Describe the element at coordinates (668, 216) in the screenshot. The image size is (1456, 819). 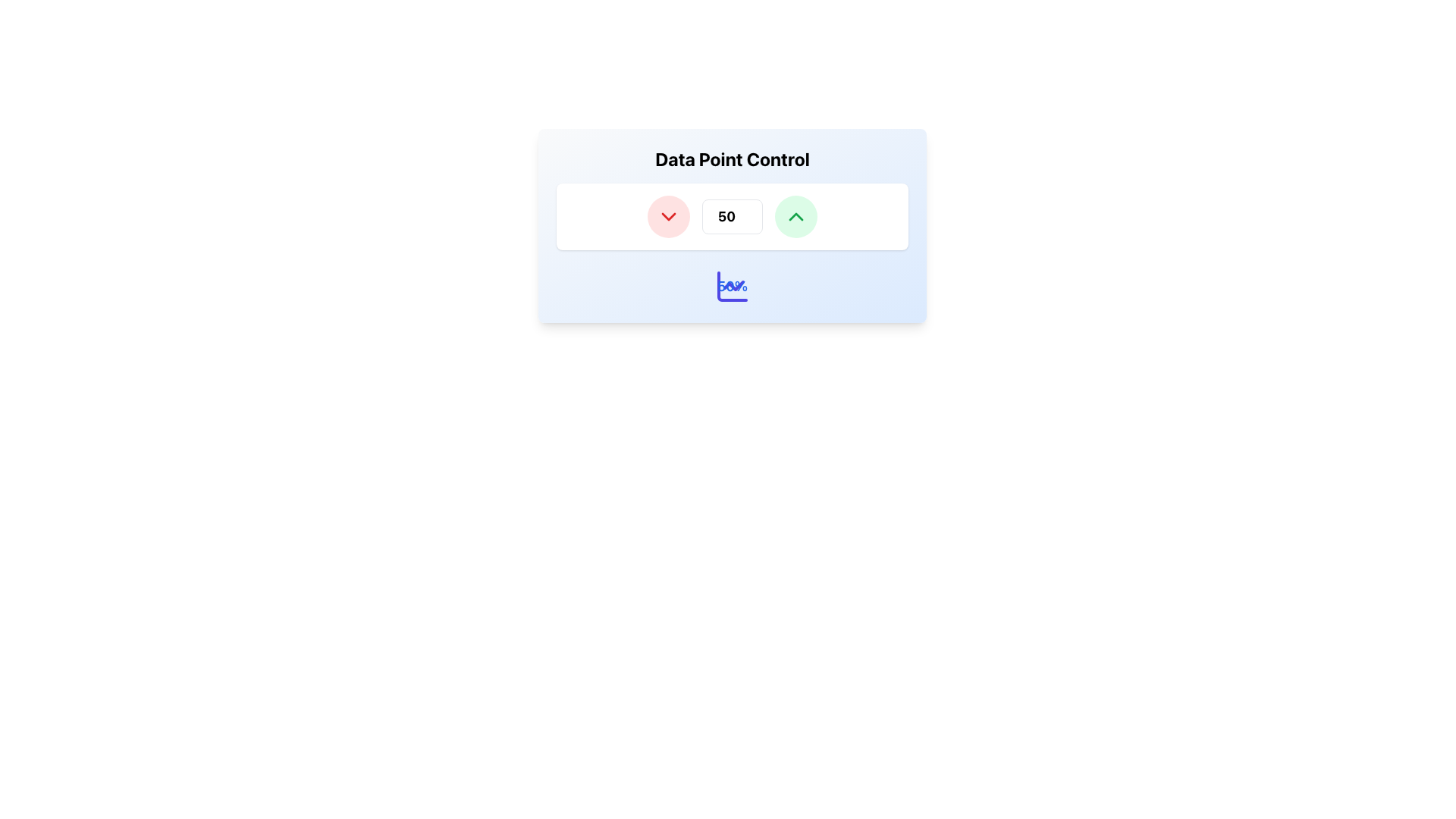
I see `the icon located in the top-right portion of the central control panel` at that location.